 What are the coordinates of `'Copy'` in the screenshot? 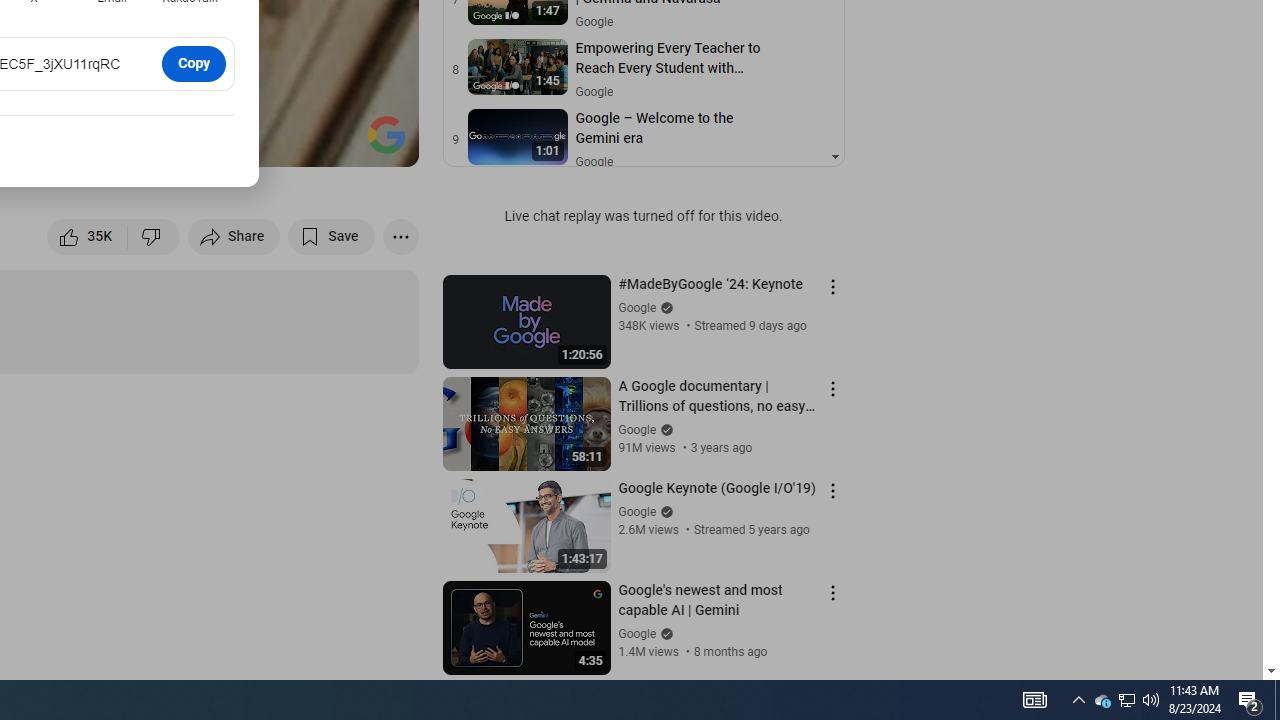 It's located at (194, 62).